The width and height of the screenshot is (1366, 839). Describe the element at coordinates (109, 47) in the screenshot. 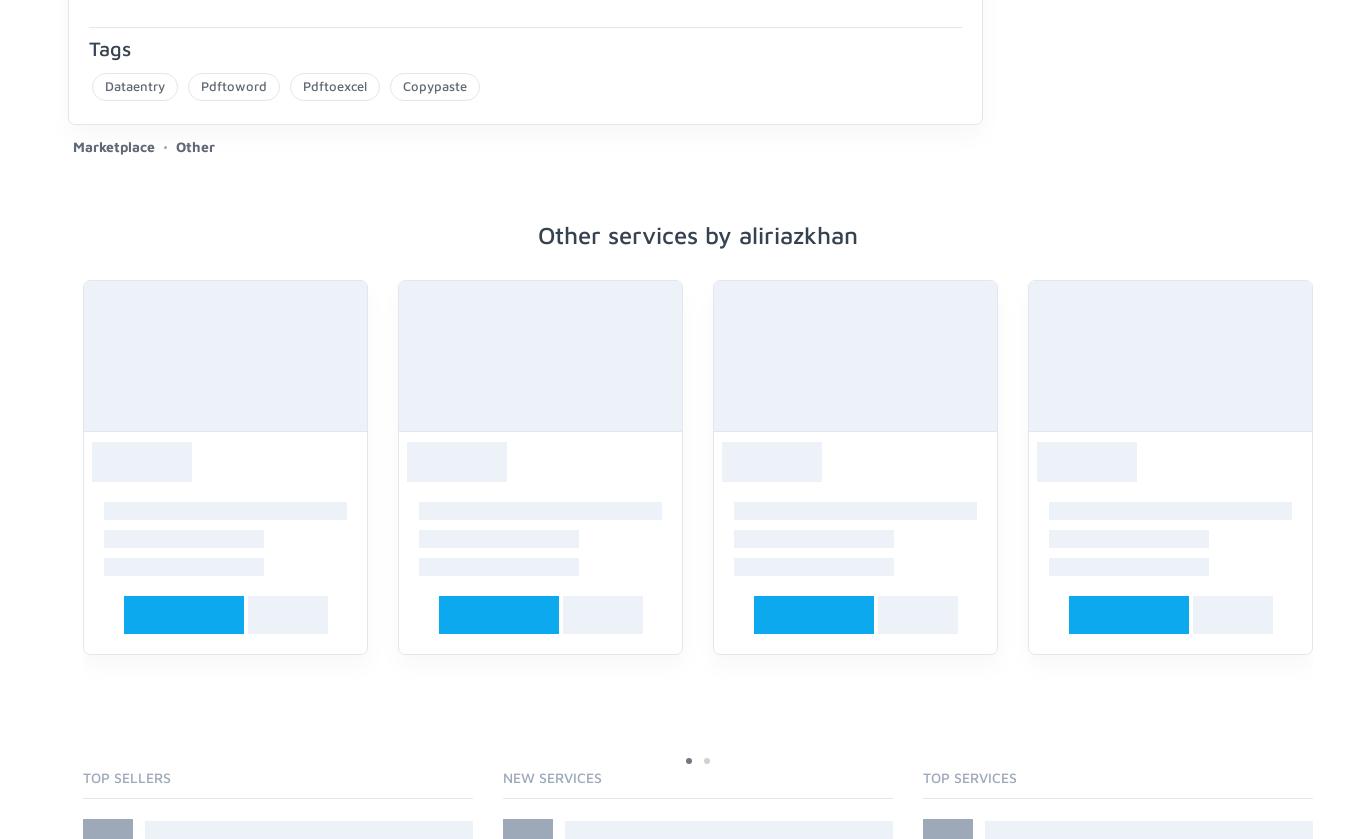

I see `'Tags'` at that location.